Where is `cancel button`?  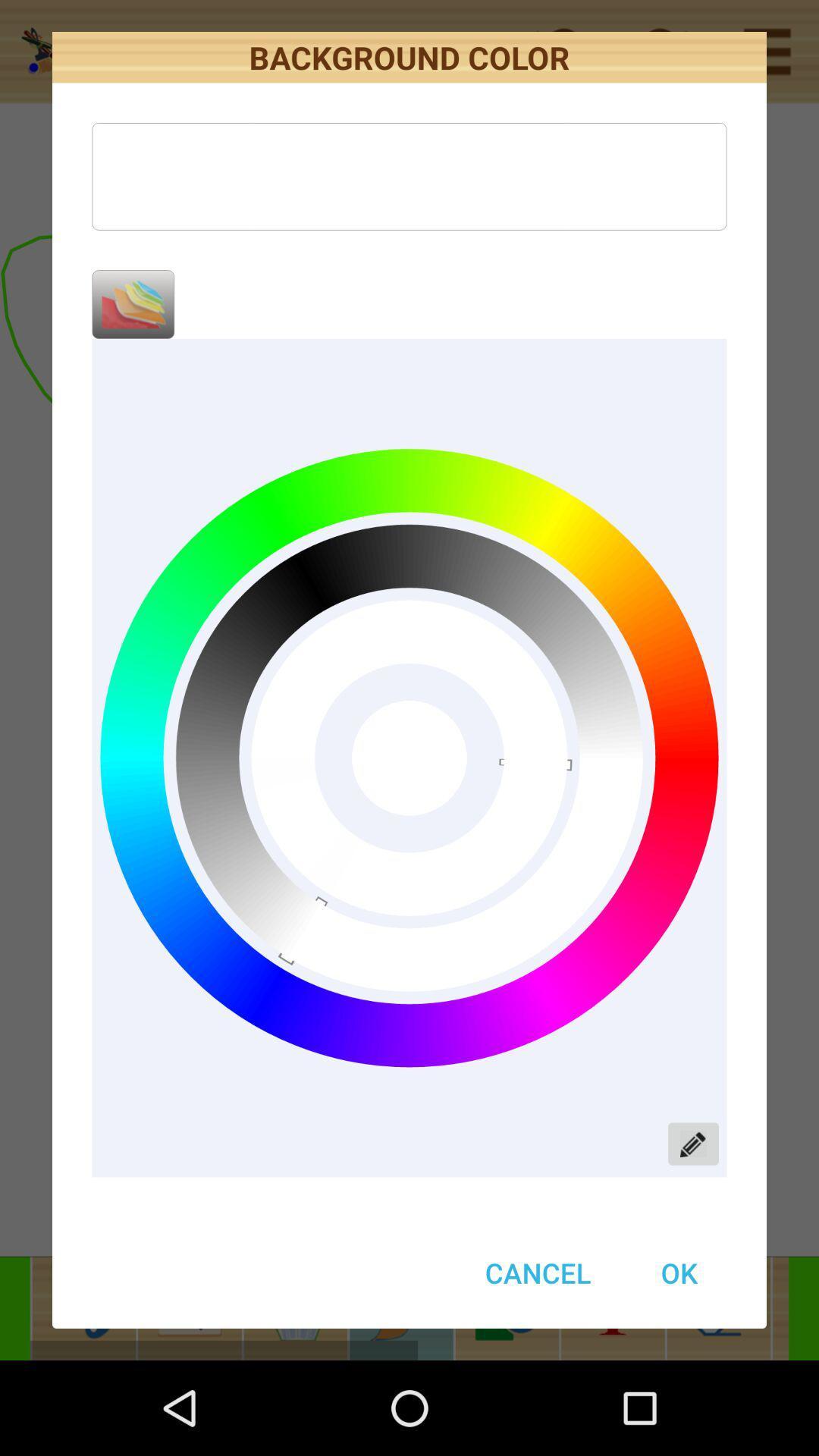
cancel button is located at coordinates (537, 1272).